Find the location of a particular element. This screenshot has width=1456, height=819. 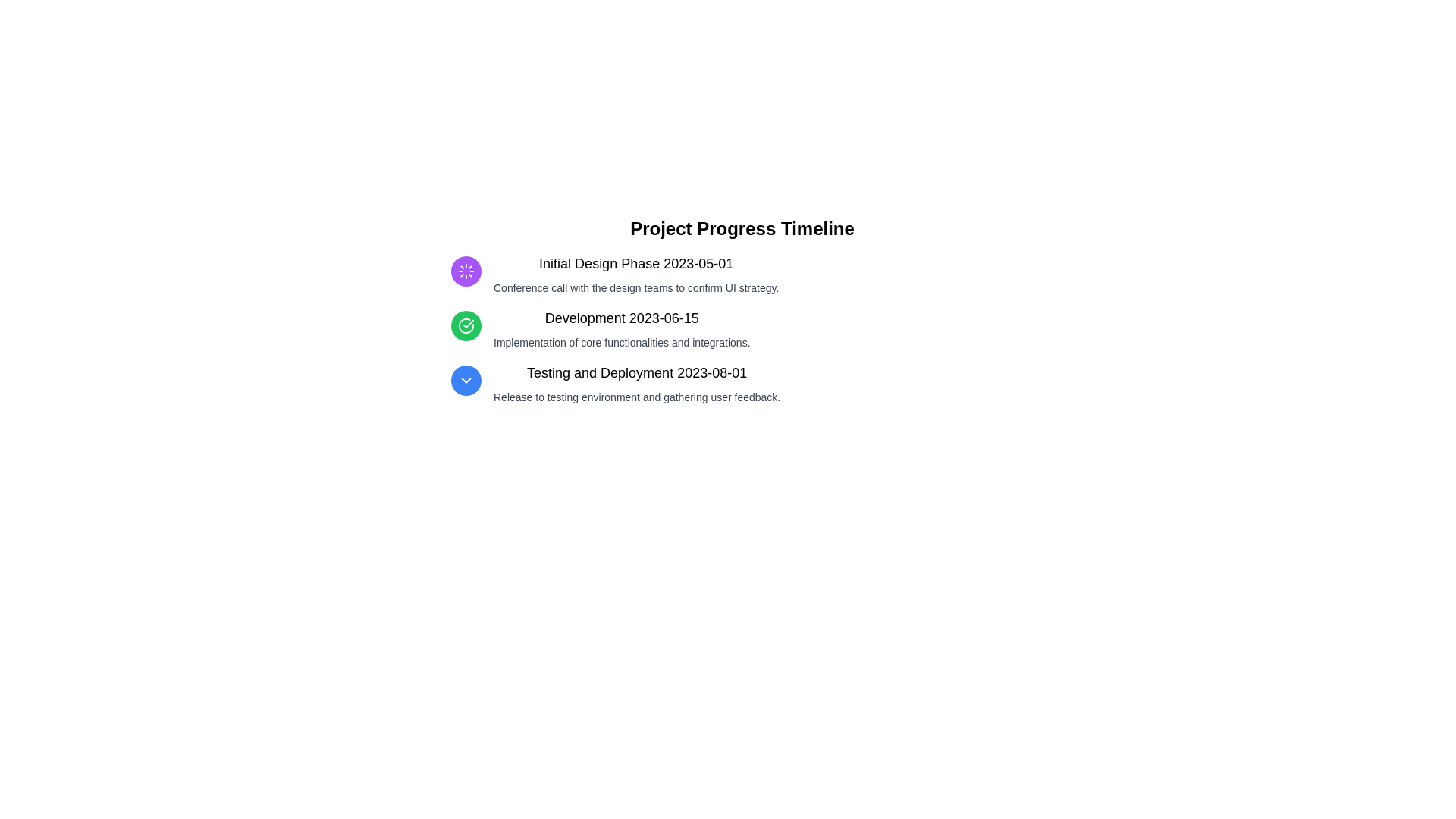

the 'Development' phase text label, which is located directly beneath the 'Initial Design Phase 2023-05-01' title and above the 'Implementation of core functionalities and integrations.' is located at coordinates (622, 318).